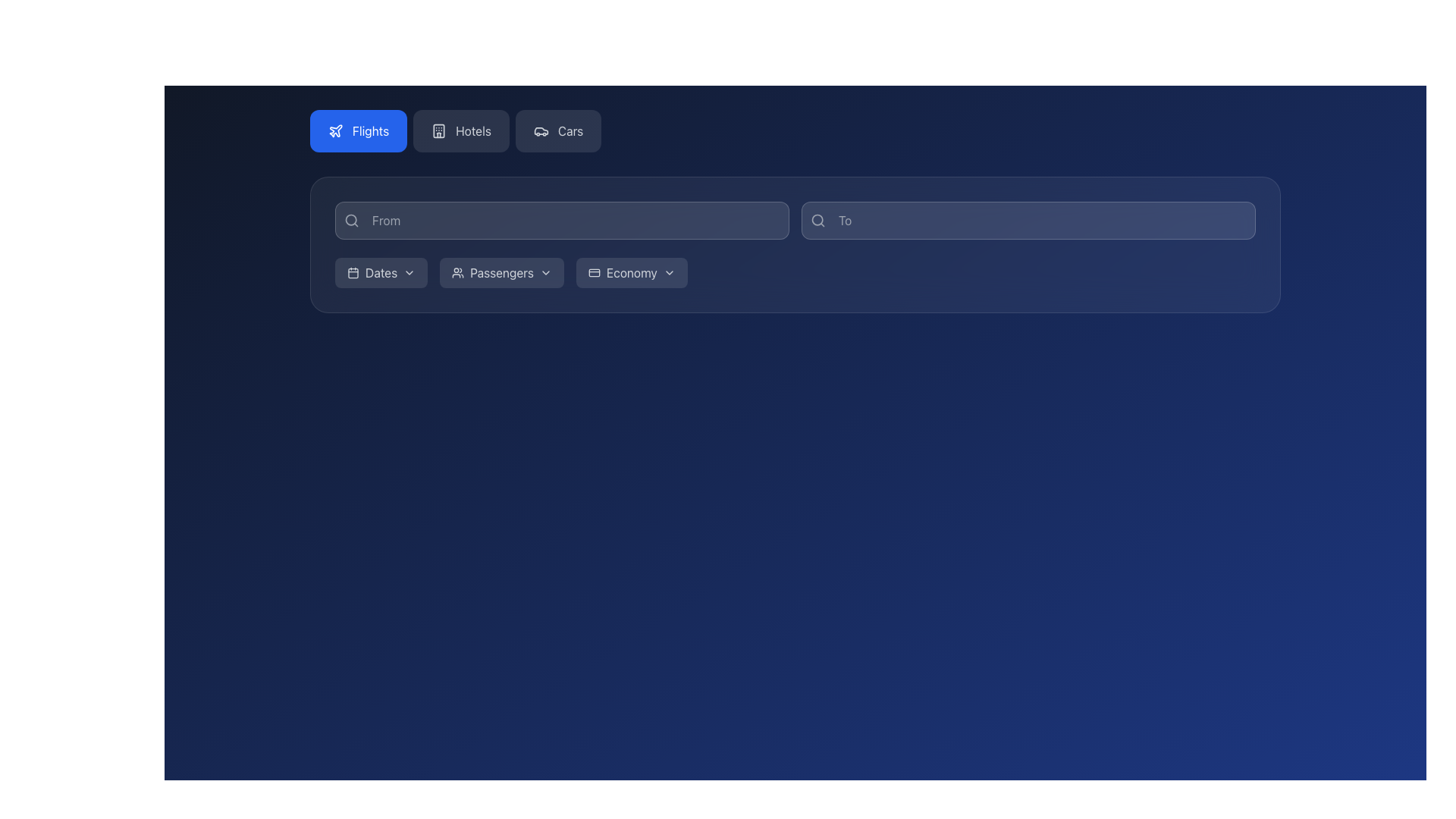 This screenshot has width=1456, height=819. I want to click on the grouped input fields consisting of 'From' and 'To' search input fields, so click(795, 220).